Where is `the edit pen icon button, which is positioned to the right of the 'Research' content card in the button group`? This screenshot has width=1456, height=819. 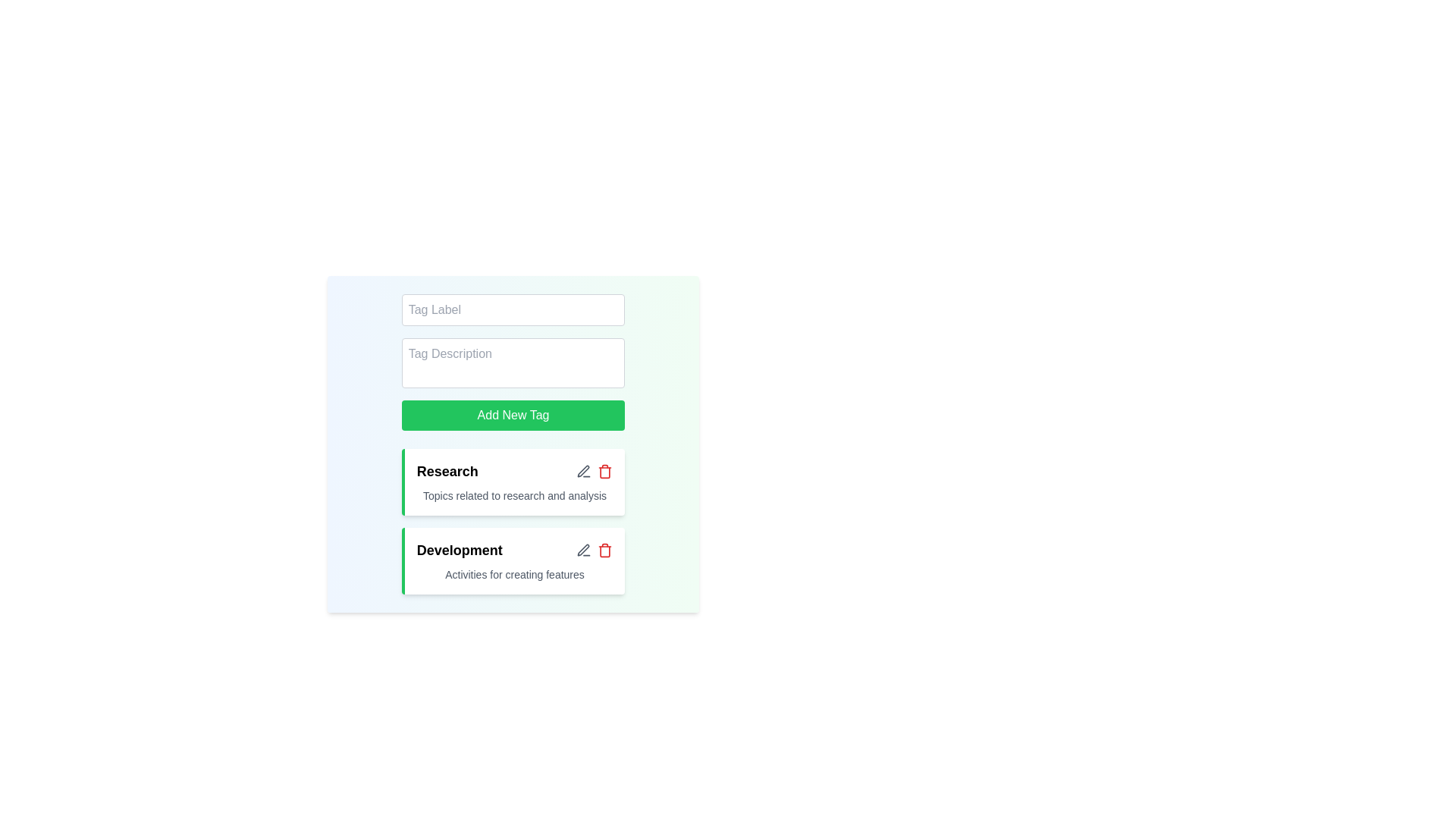
the edit pen icon button, which is positioned to the right of the 'Research' content card in the button group is located at coordinates (583, 470).